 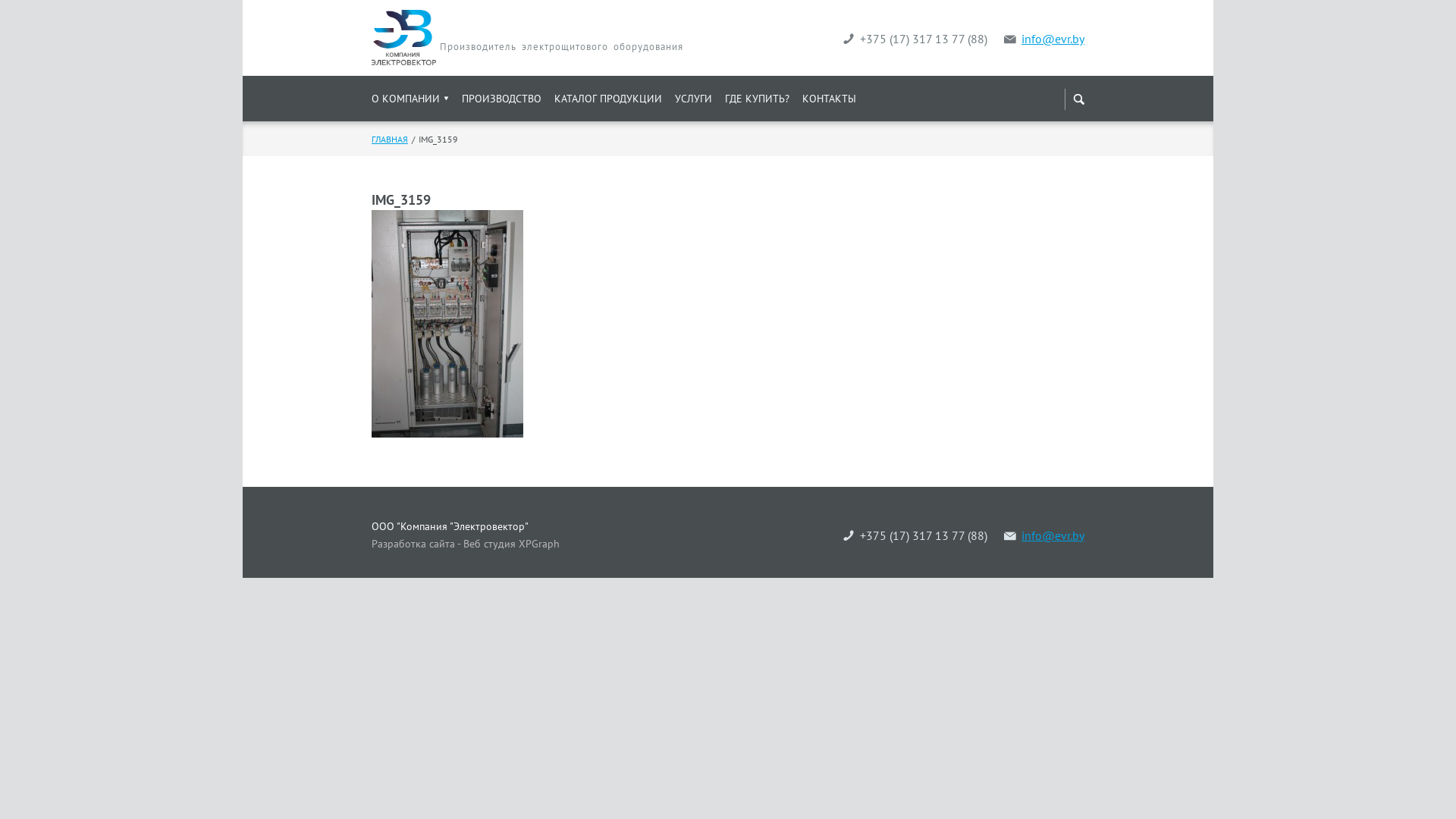 I want to click on 'info@evr.by', so click(x=1043, y=535).